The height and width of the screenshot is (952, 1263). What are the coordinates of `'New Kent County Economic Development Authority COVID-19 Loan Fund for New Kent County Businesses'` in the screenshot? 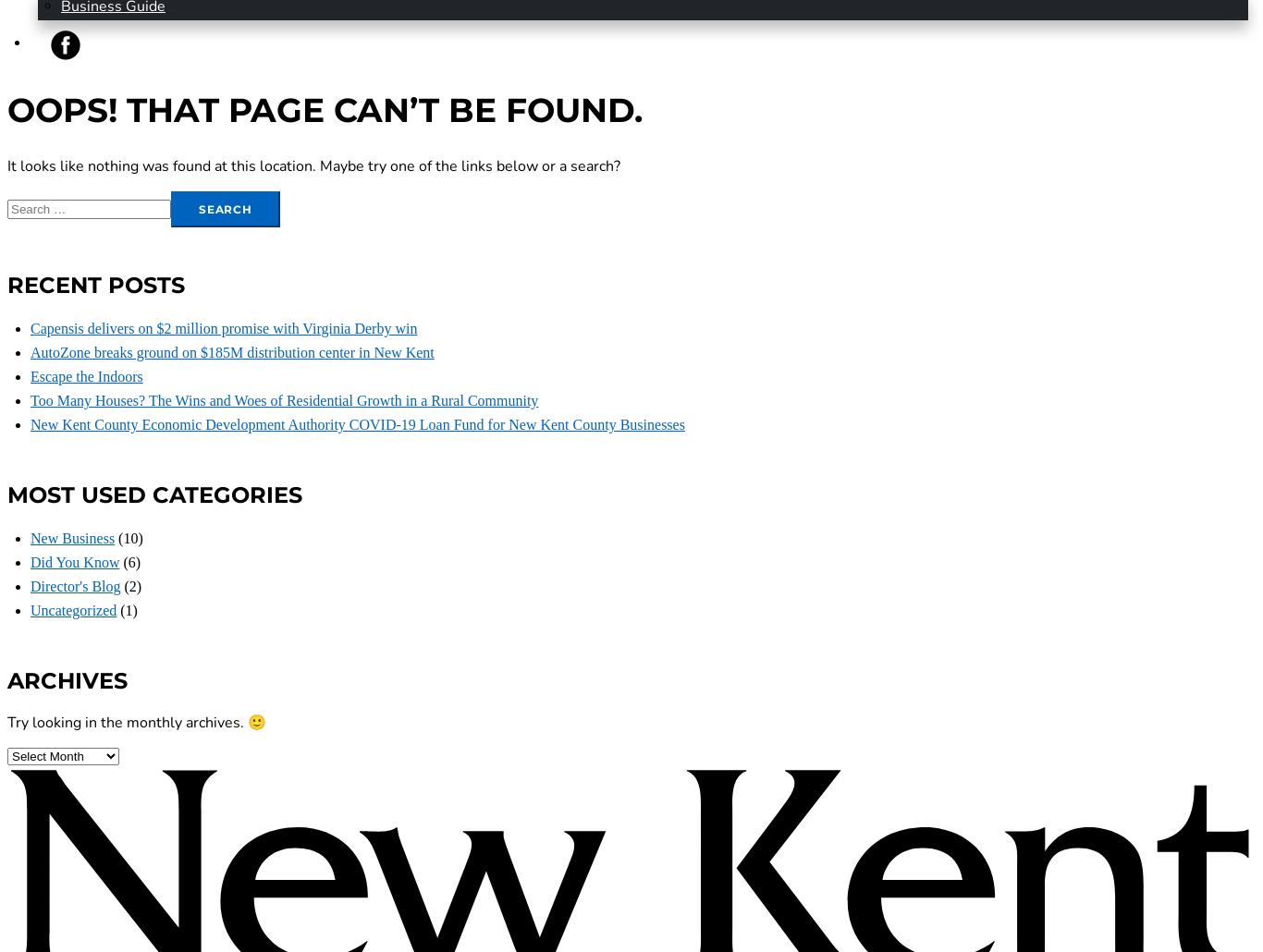 It's located at (356, 423).